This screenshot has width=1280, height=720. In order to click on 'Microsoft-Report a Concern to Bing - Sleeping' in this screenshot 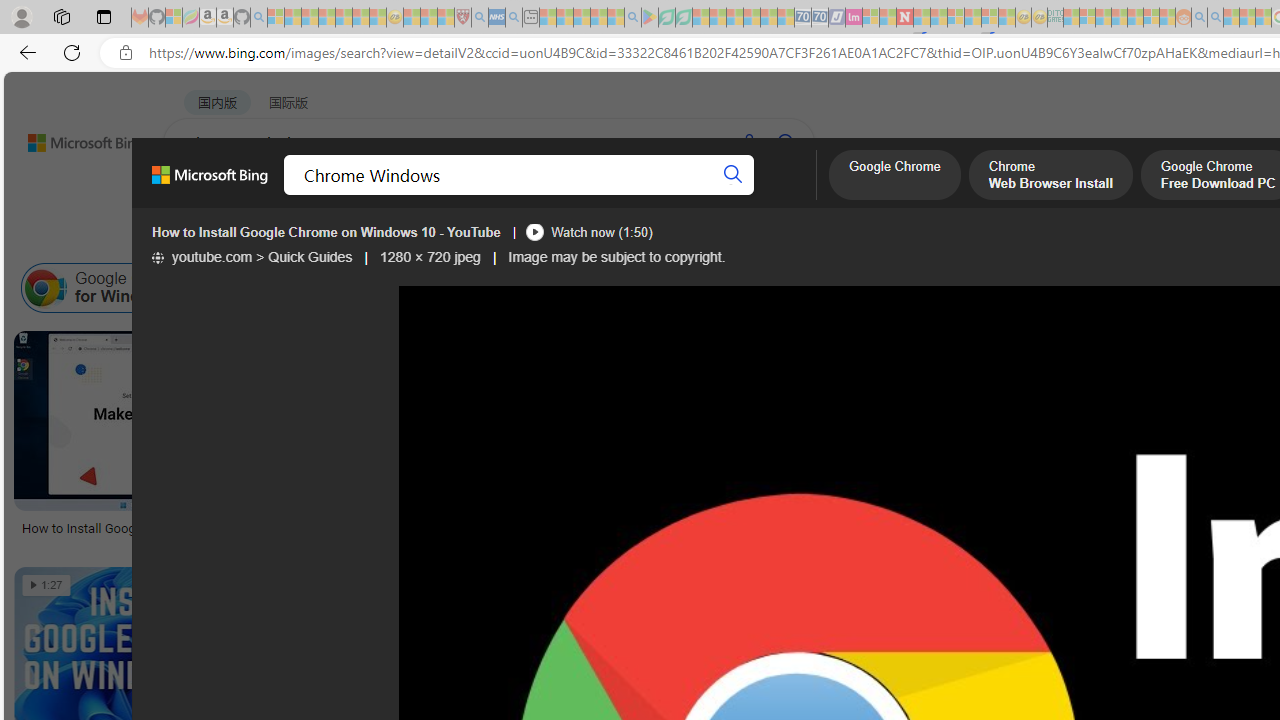, I will do `click(174, 17)`.